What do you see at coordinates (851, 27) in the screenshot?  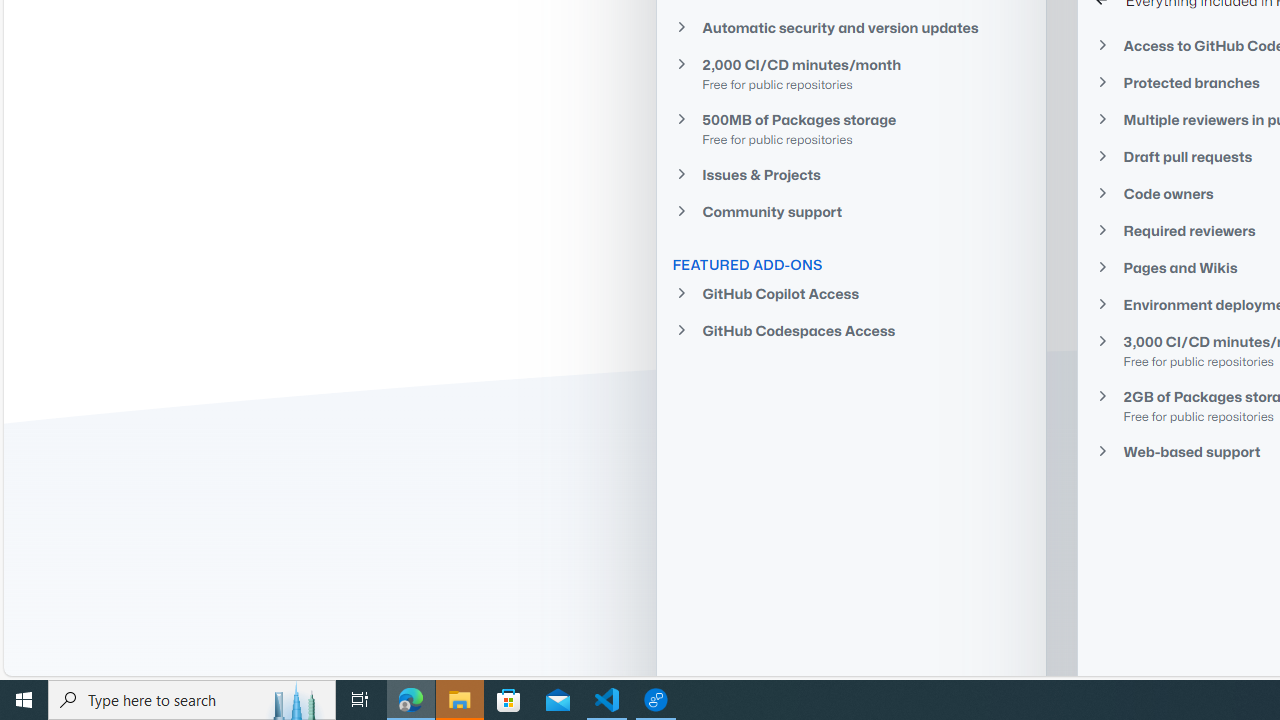 I see `'Automatic security and version updates'` at bounding box center [851, 27].